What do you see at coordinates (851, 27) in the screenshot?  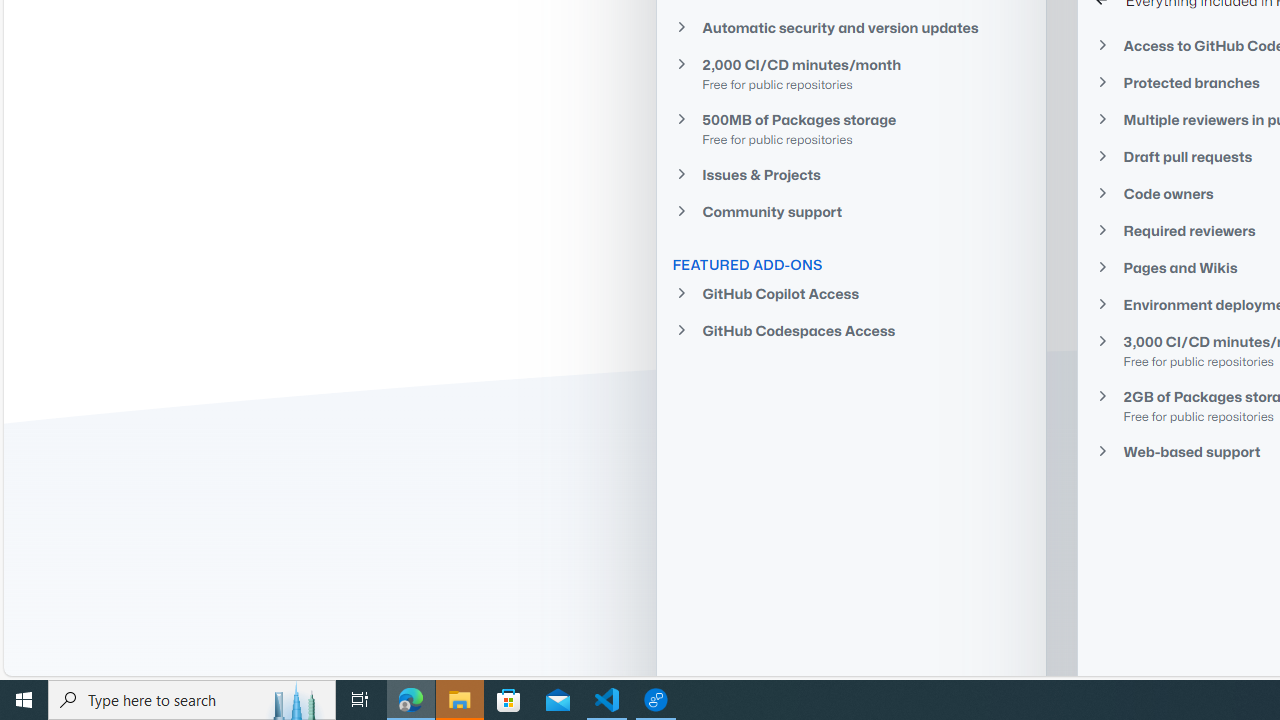 I see `'Automatic security and version updates'` at bounding box center [851, 27].